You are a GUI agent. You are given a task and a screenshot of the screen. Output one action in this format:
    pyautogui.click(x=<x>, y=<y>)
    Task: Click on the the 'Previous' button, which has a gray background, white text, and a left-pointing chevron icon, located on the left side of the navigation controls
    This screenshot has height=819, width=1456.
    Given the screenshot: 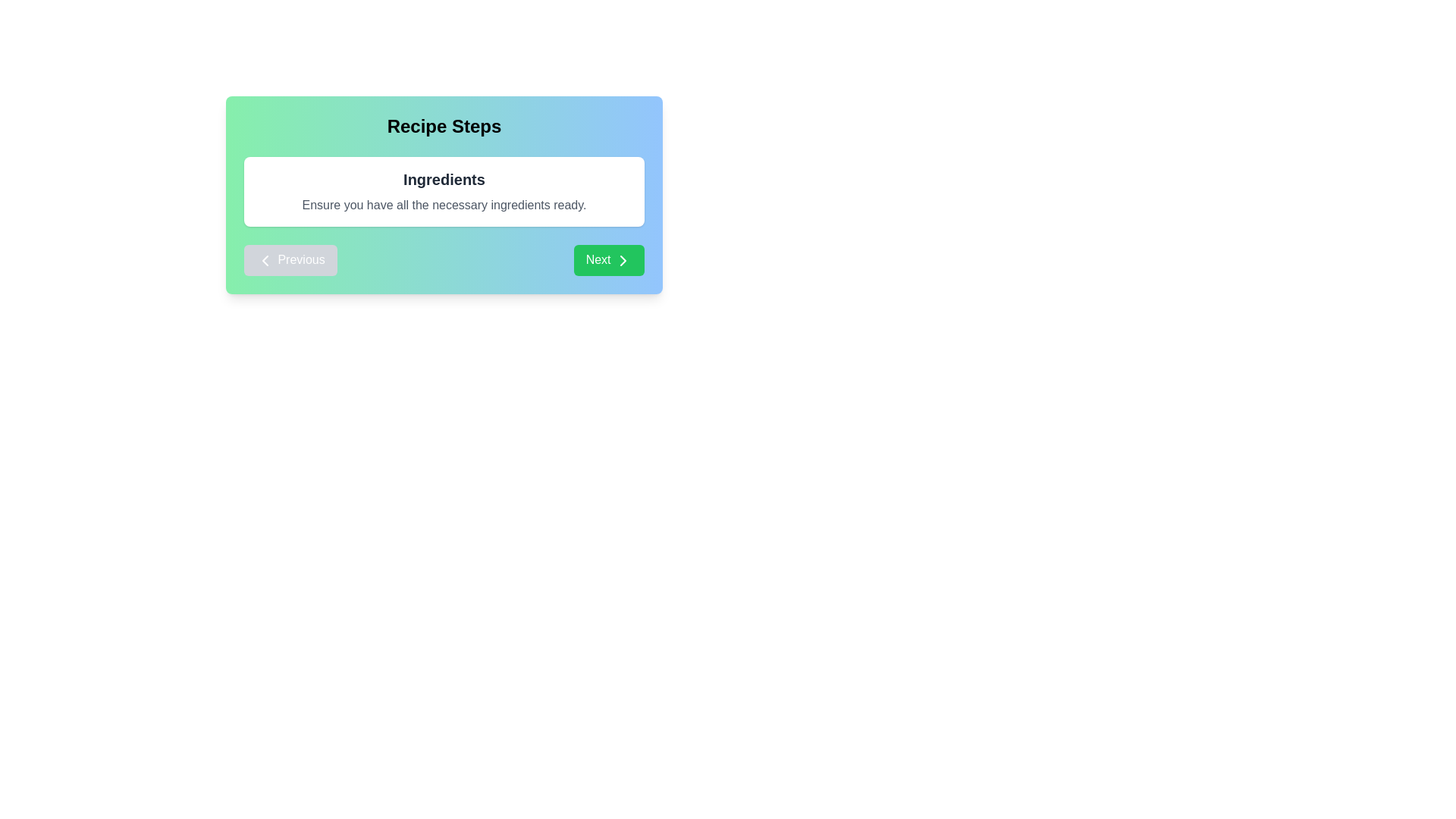 What is the action you would take?
    pyautogui.click(x=290, y=259)
    